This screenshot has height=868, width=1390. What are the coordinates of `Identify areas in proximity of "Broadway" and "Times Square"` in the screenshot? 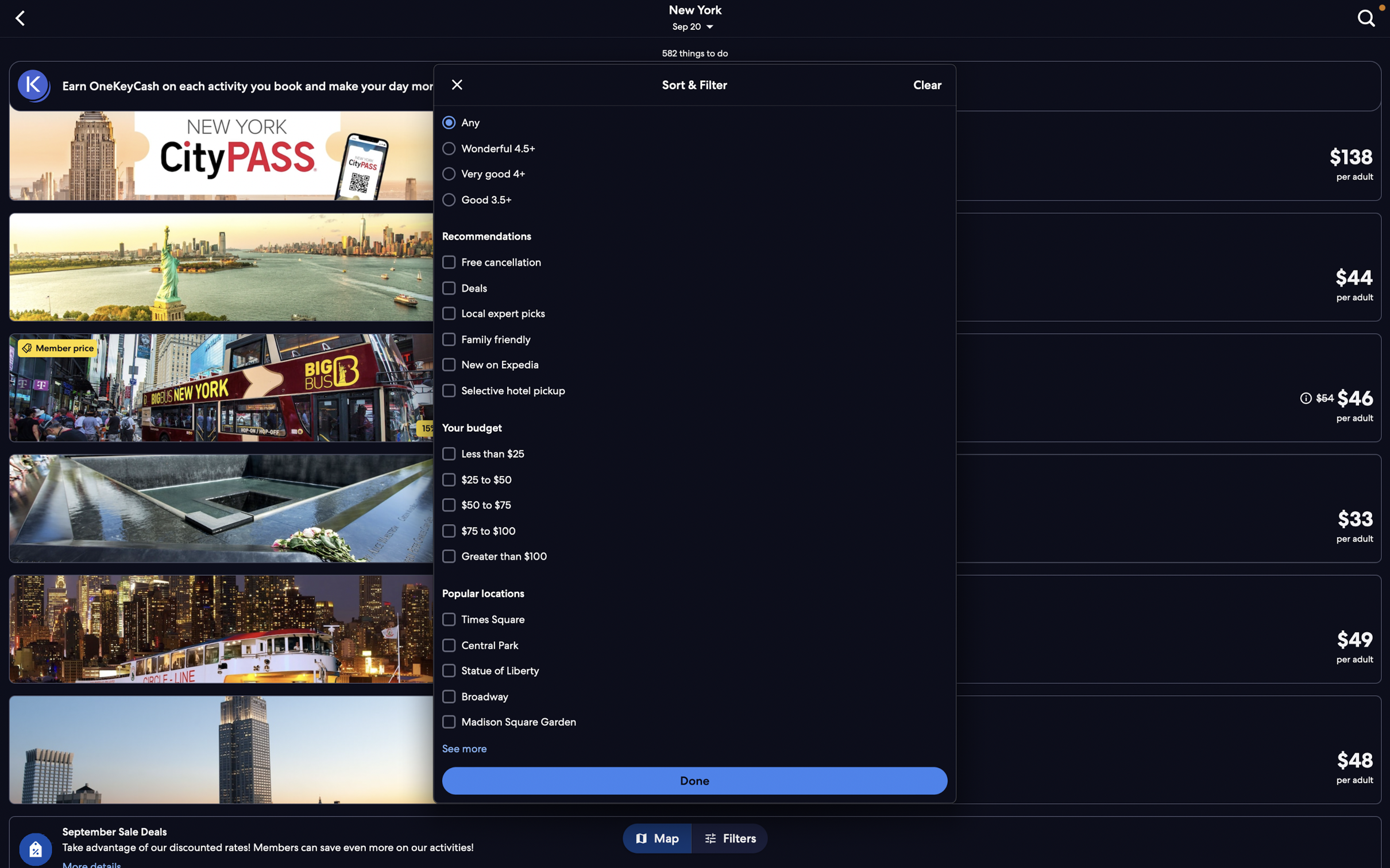 It's located at (696, 720).